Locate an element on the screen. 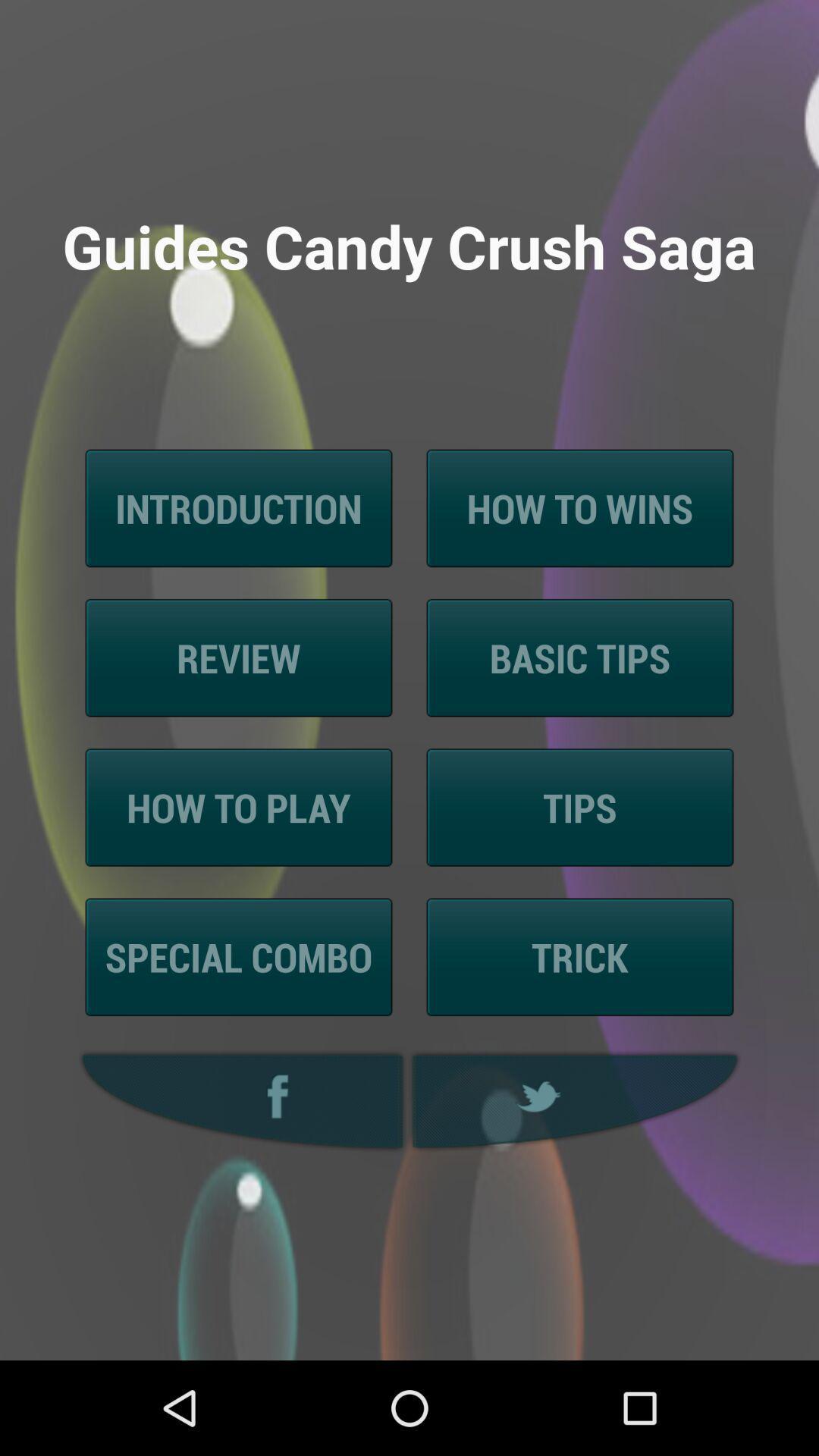  icon below the how to play icon is located at coordinates (239, 956).